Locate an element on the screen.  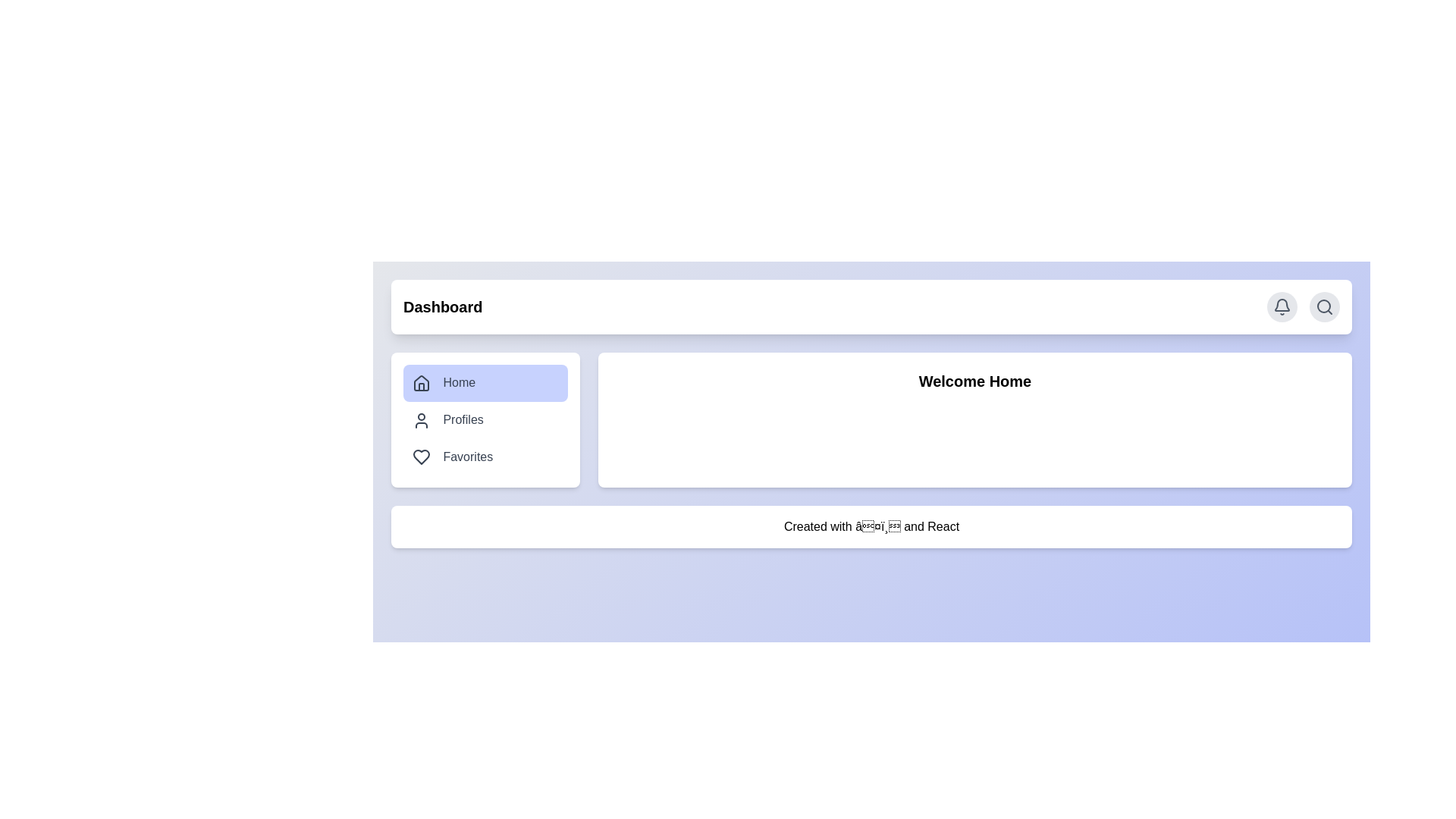
the dark gray bell icon located in the top-right corner of the interface is located at coordinates (1281, 307).